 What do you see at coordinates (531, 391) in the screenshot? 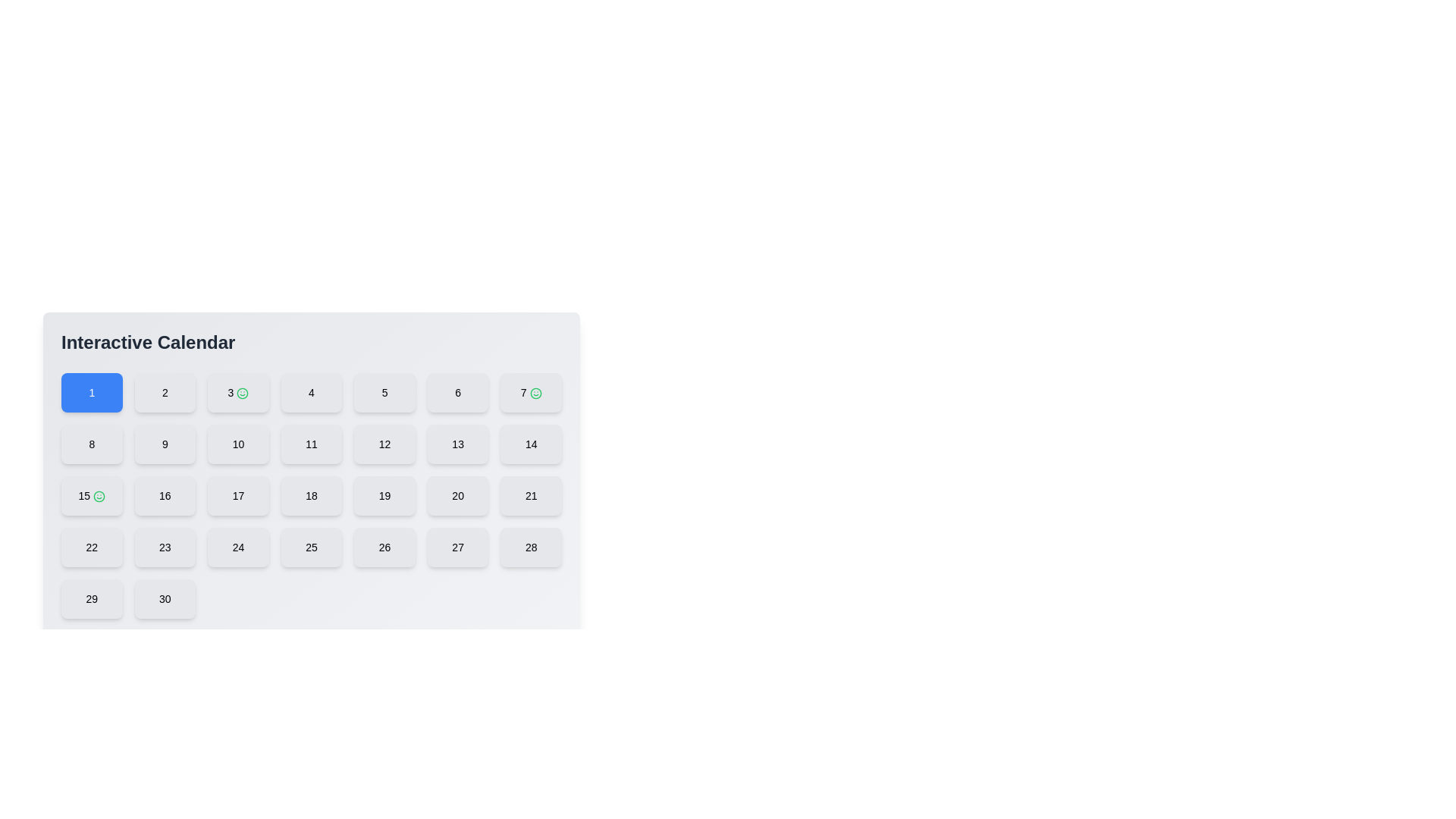
I see `the selectable day button` at bounding box center [531, 391].